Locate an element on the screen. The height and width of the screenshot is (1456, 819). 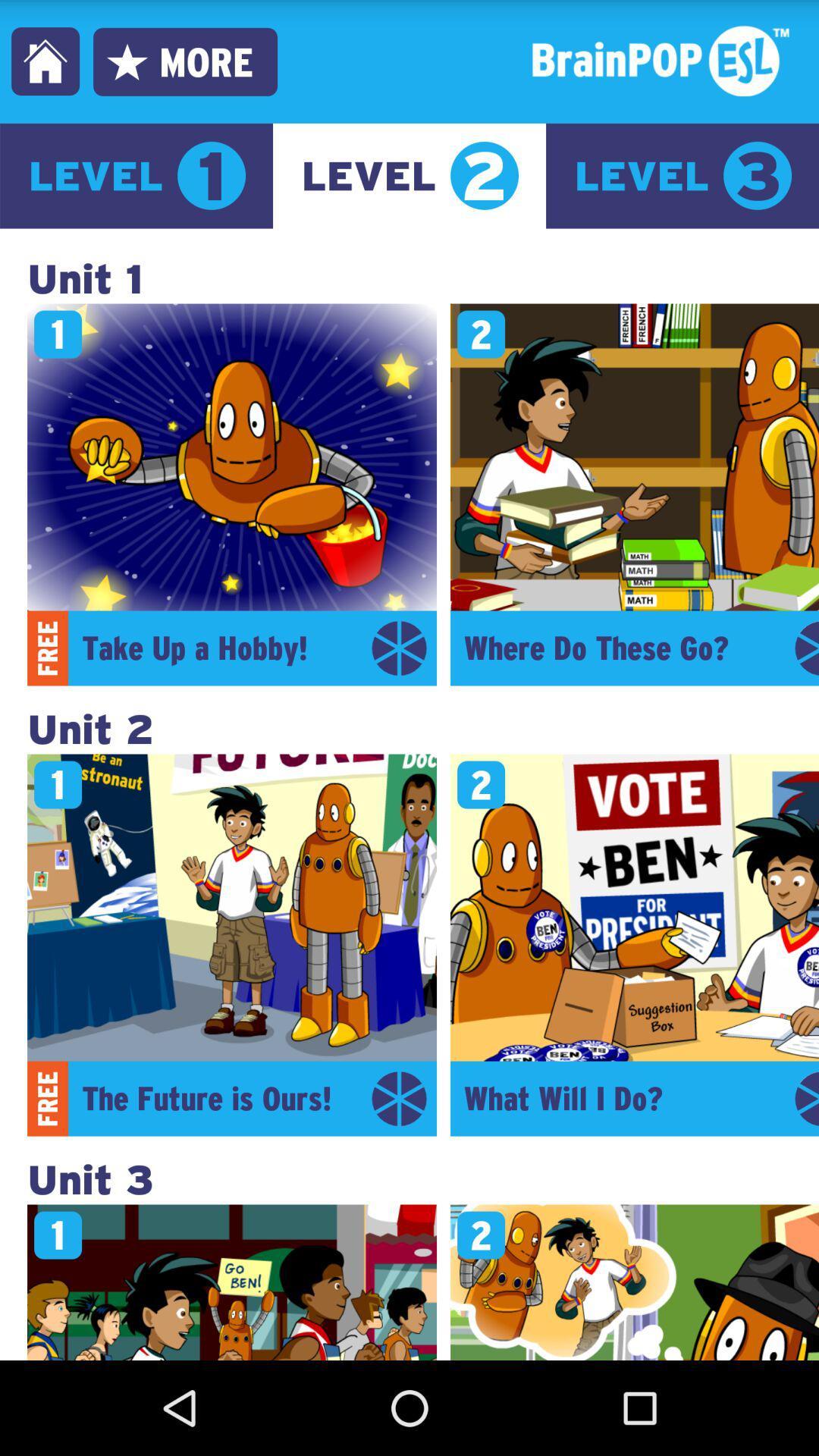
the icon which is at the top left of the page is located at coordinates (45, 61).